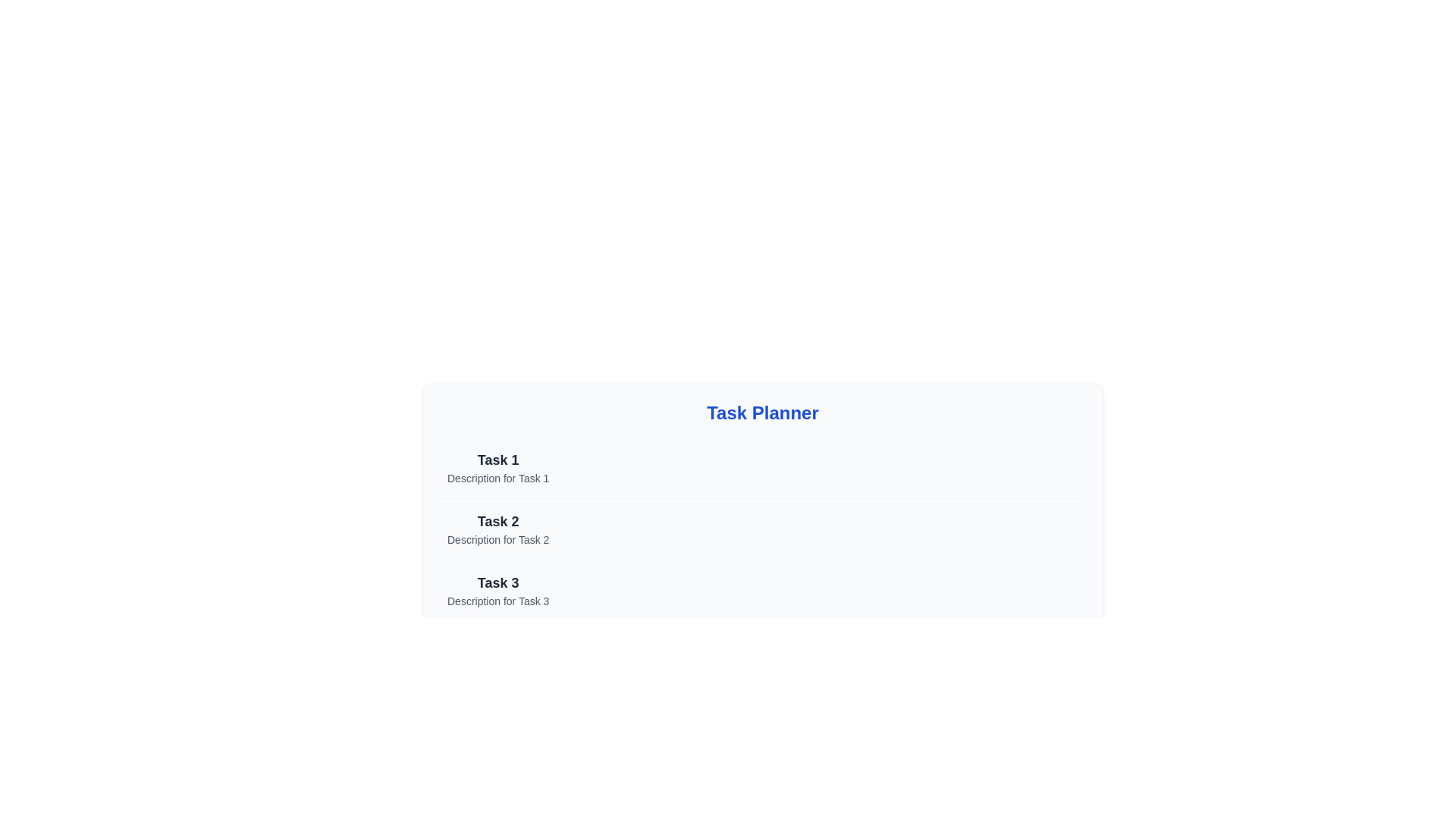 The image size is (1456, 819). What do you see at coordinates (498, 467) in the screenshot?
I see `the Text Display element that shows 'Task 1' and 'Description for Task 1', positioned under the title 'Task Planner'` at bounding box center [498, 467].